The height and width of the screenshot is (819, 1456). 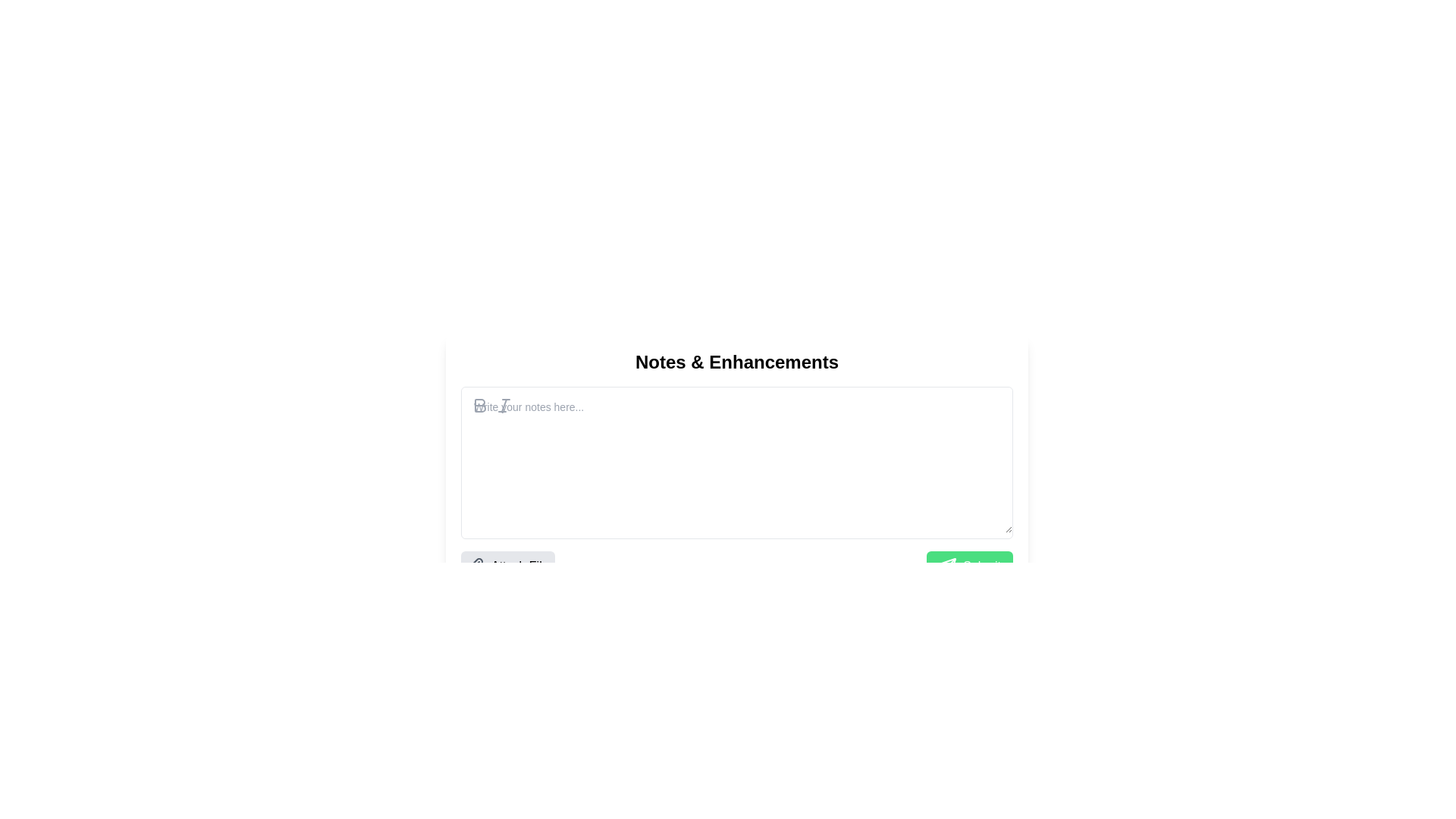 What do you see at coordinates (491, 405) in the screenshot?
I see `the 'Bold' icon in the Control Panel for Text Formatting to apply bold styling to the text` at bounding box center [491, 405].